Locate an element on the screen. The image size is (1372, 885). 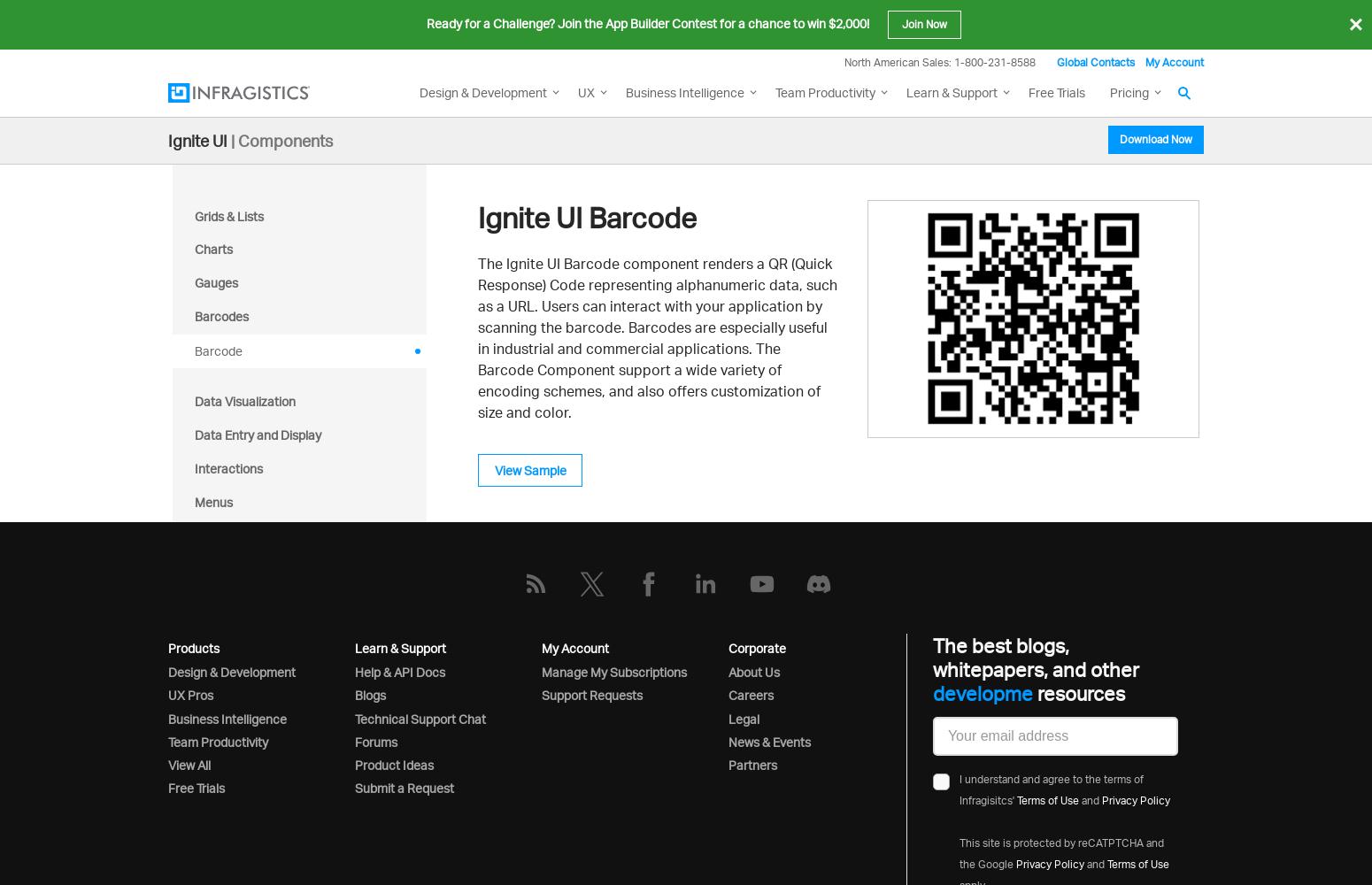
'Data Visualization' is located at coordinates (244, 400).